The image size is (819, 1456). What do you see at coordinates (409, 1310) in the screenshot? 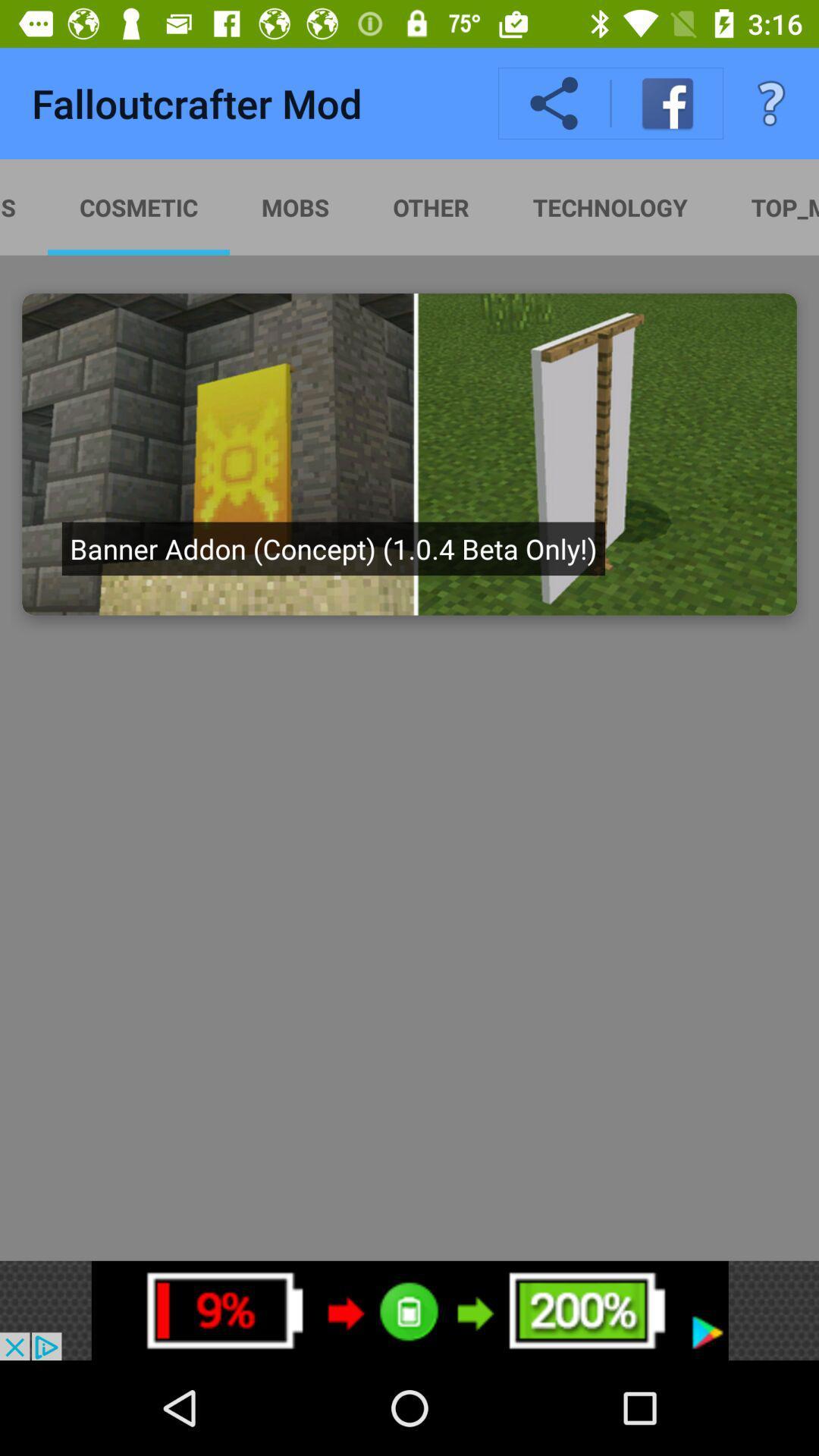
I see `open advertisement` at bounding box center [409, 1310].